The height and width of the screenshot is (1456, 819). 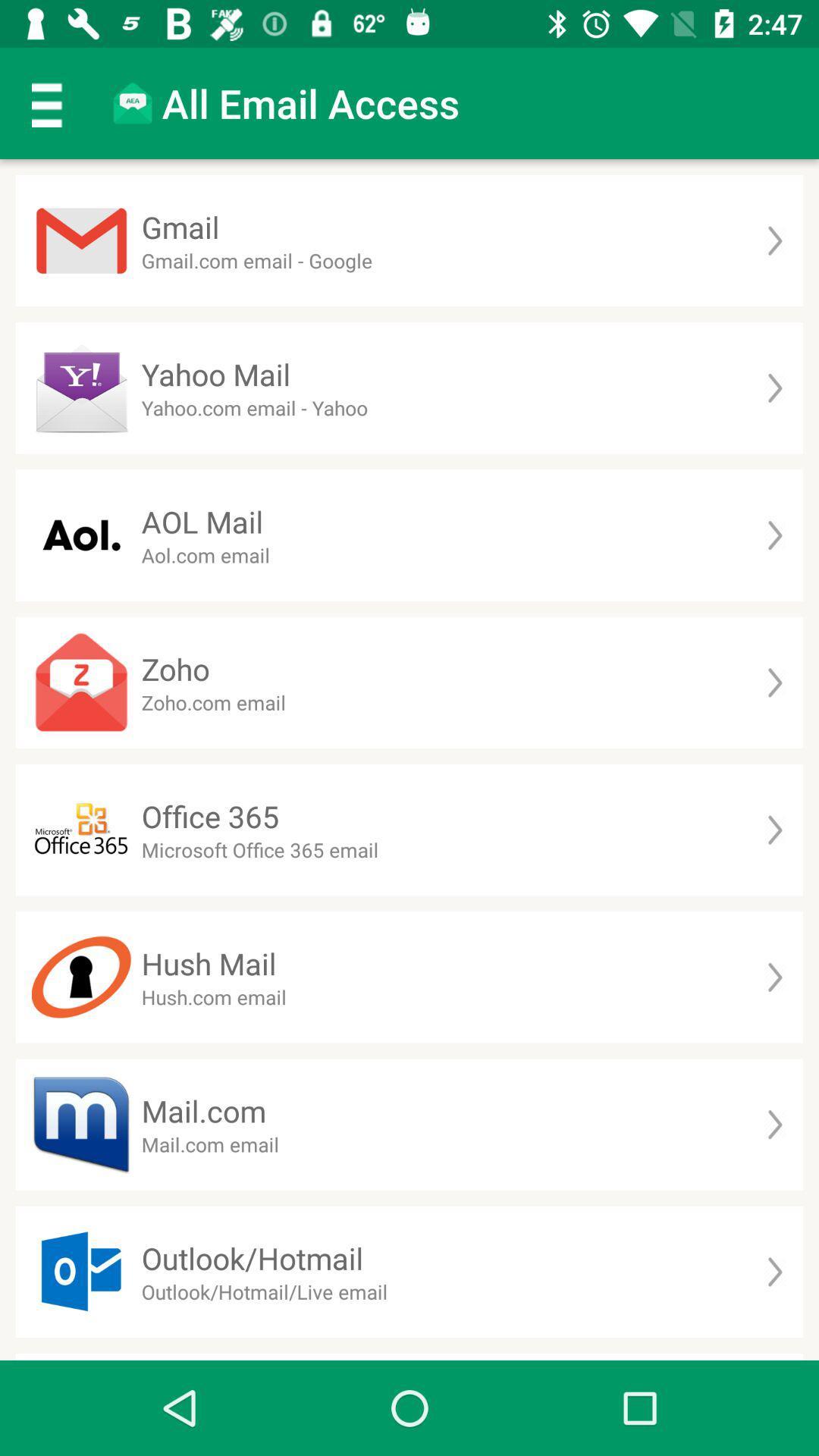 I want to click on the app below microsoft office 365, so click(x=209, y=962).